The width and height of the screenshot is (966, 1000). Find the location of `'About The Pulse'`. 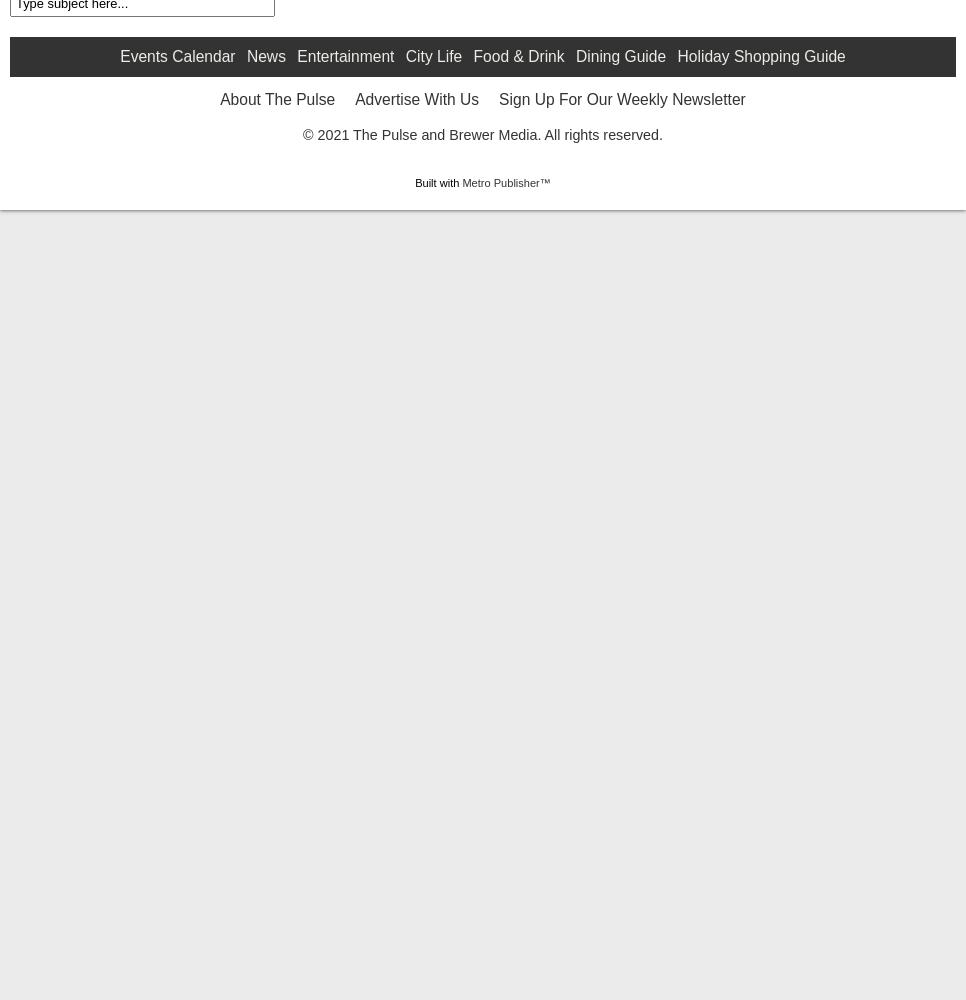

'About The Pulse' is located at coordinates (276, 257).